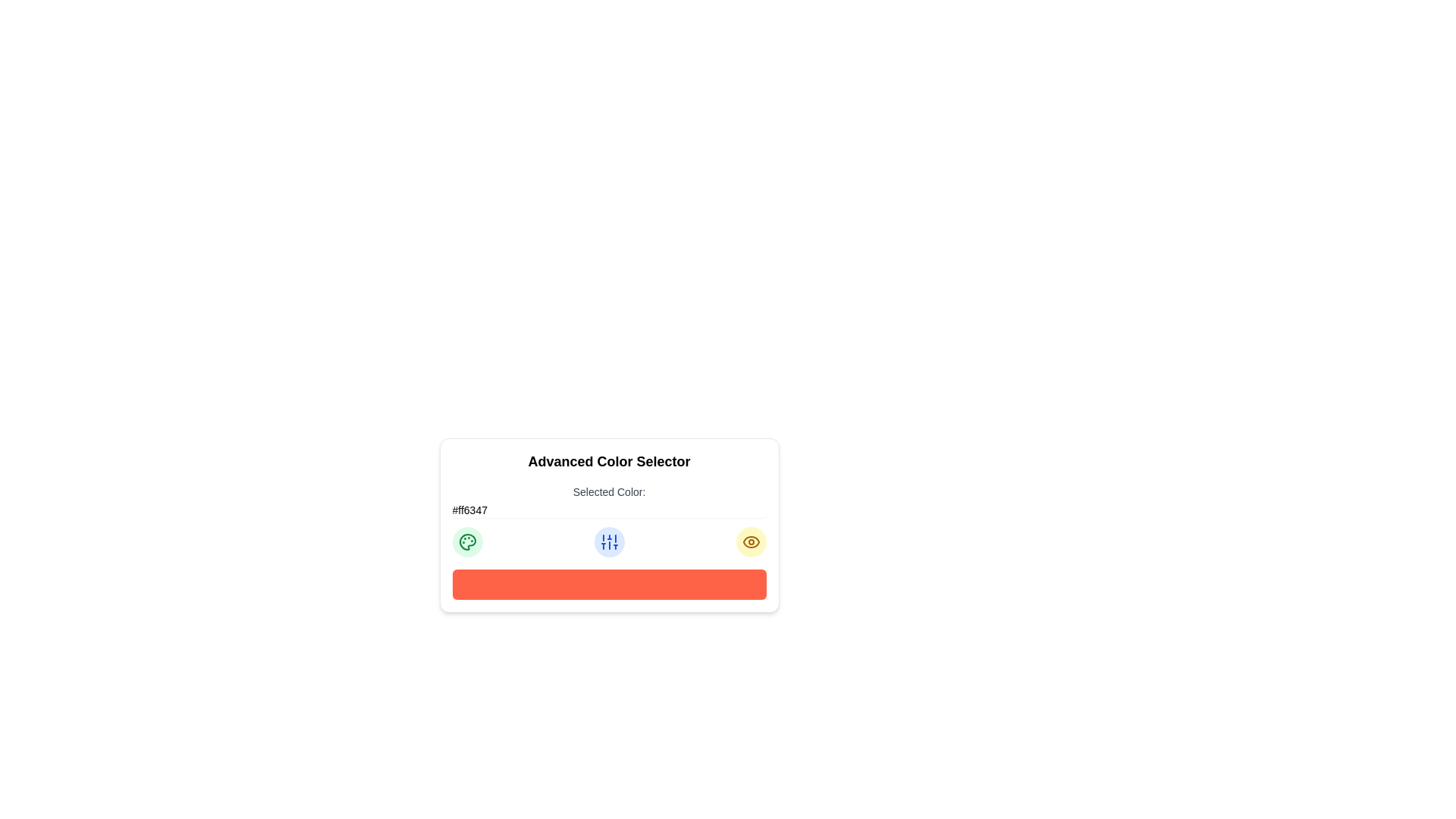 The image size is (1456, 819). What do you see at coordinates (609, 491) in the screenshot?
I see `the label that describes the color selection input field, which is located directly above the associated input field` at bounding box center [609, 491].